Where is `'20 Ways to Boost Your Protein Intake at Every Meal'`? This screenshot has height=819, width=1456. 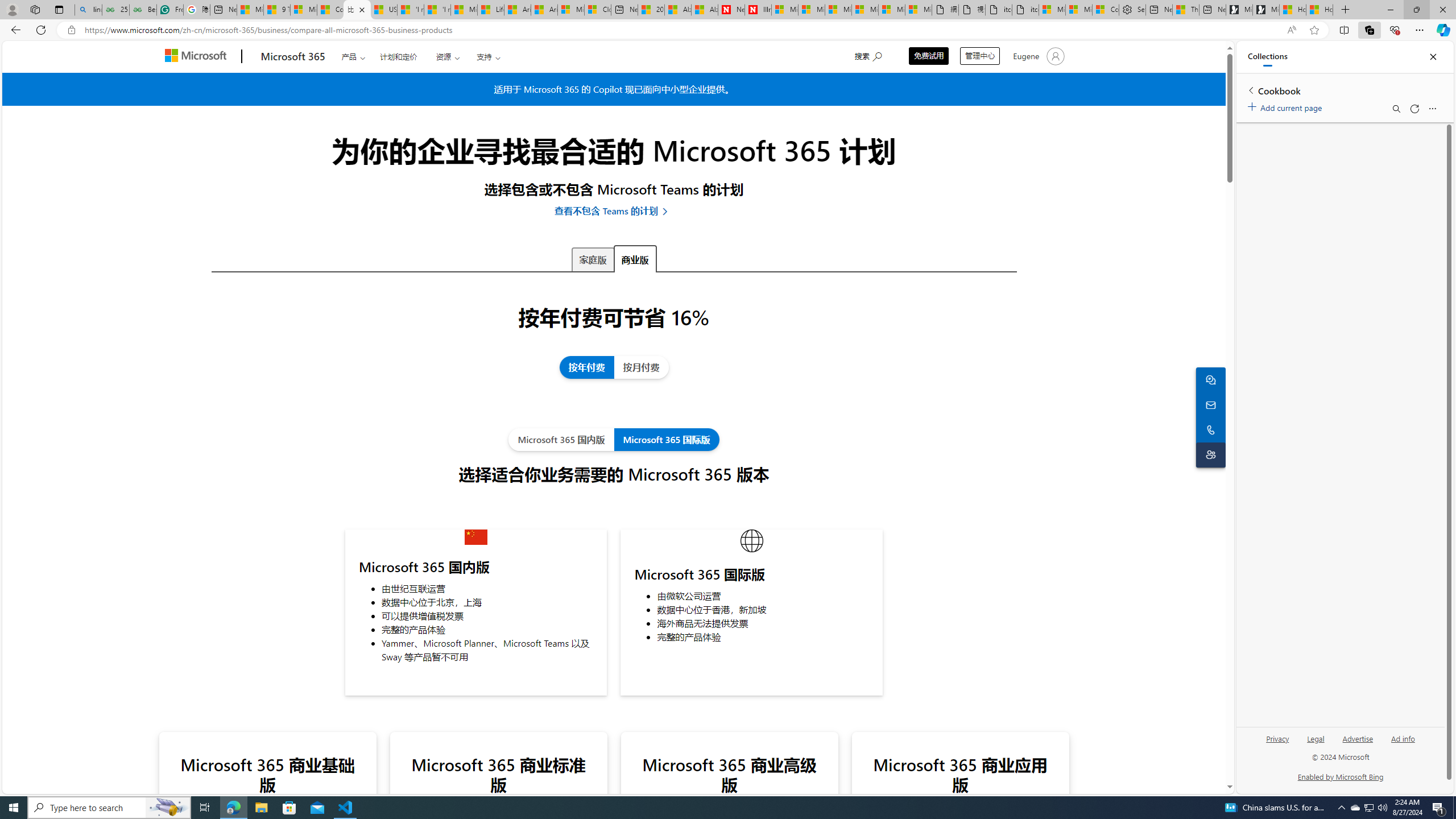 '20 Ways to Boost Your Protein Intake at Every Meal' is located at coordinates (651, 9).